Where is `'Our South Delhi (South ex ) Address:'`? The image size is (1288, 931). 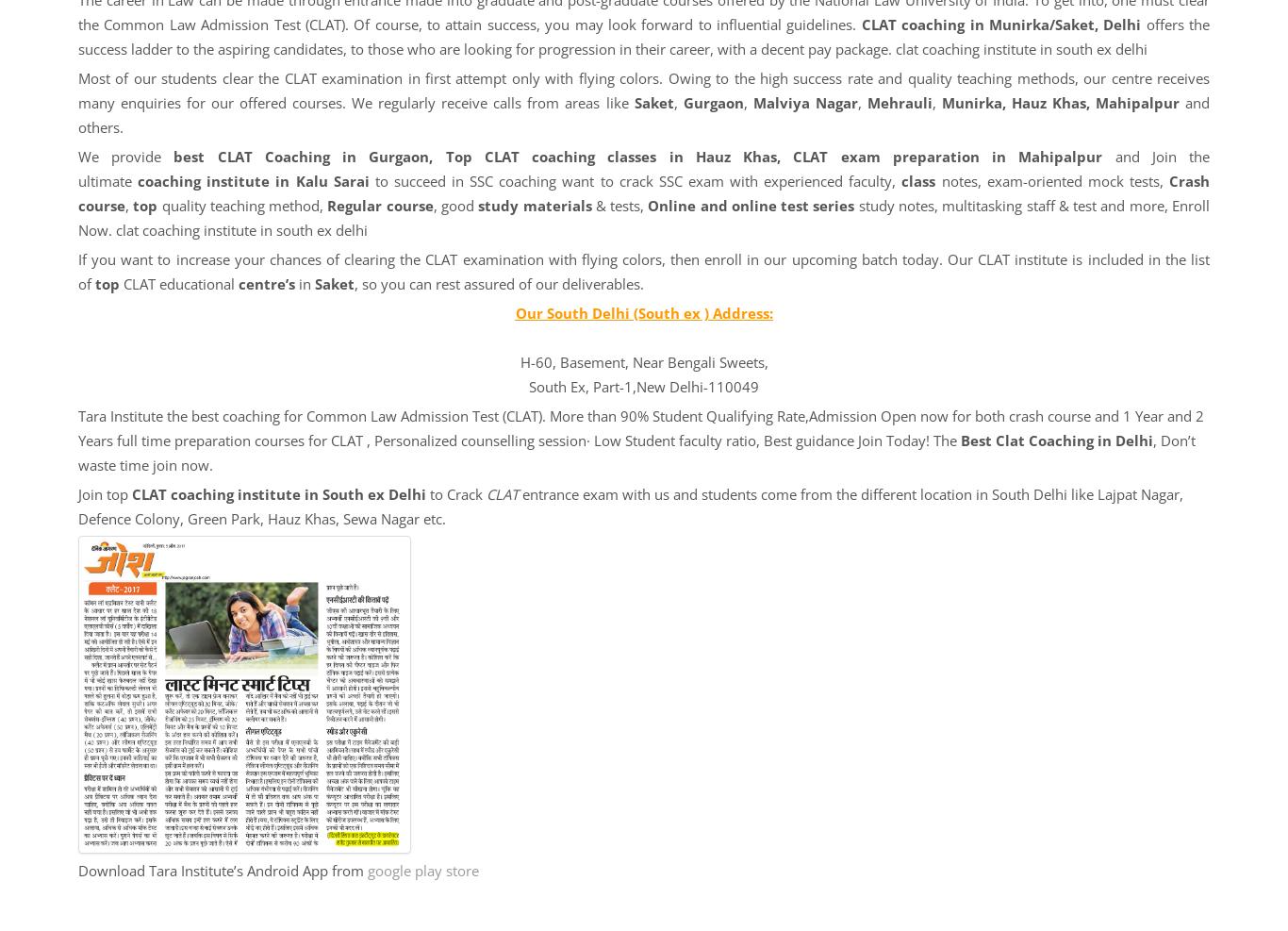 'Our South Delhi (South ex ) Address:' is located at coordinates (642, 312).